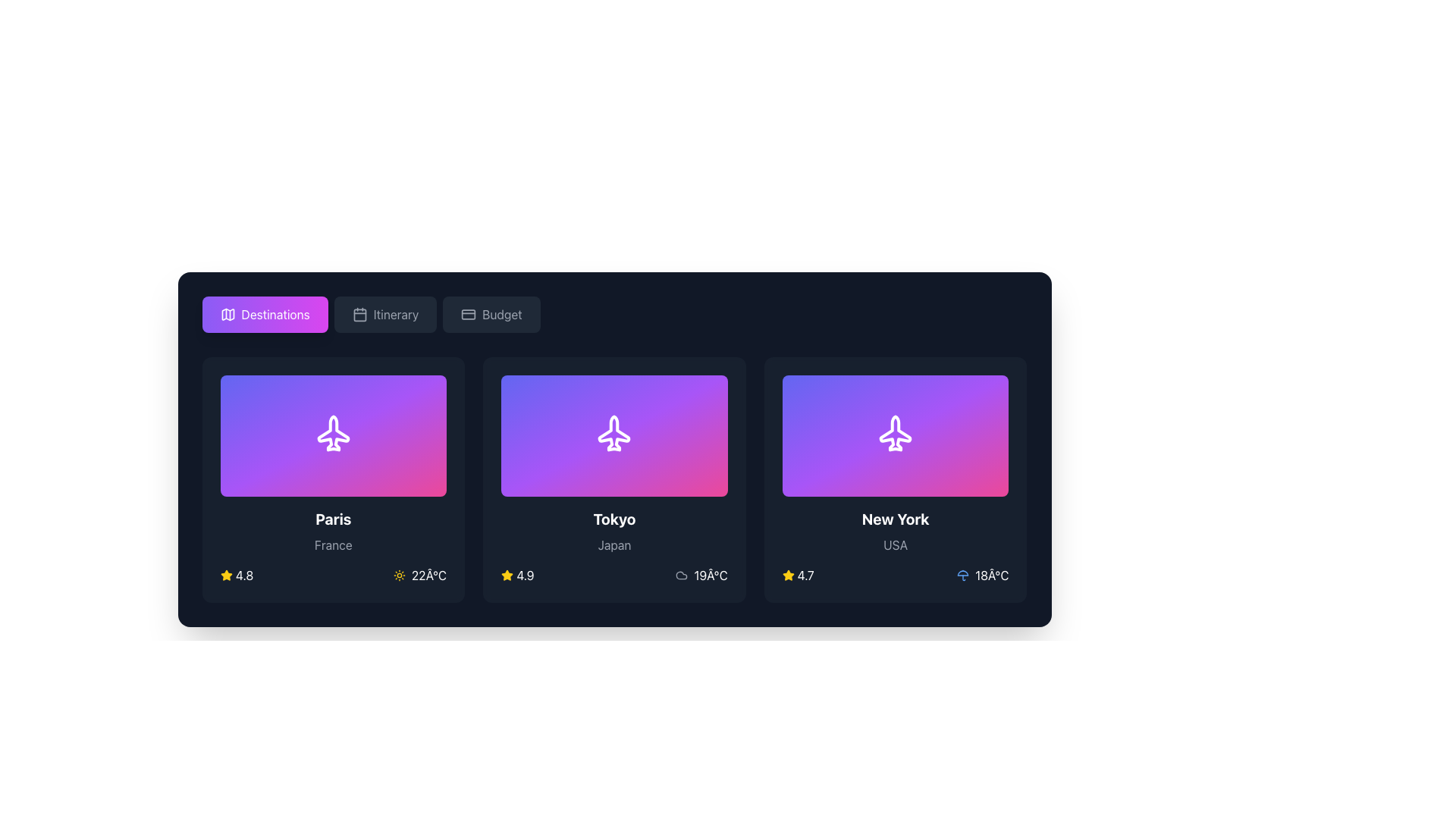 The image size is (1456, 819). Describe the element at coordinates (614, 435) in the screenshot. I see `the card containing the white airplane icon, which is tilted at 45 degrees` at that location.